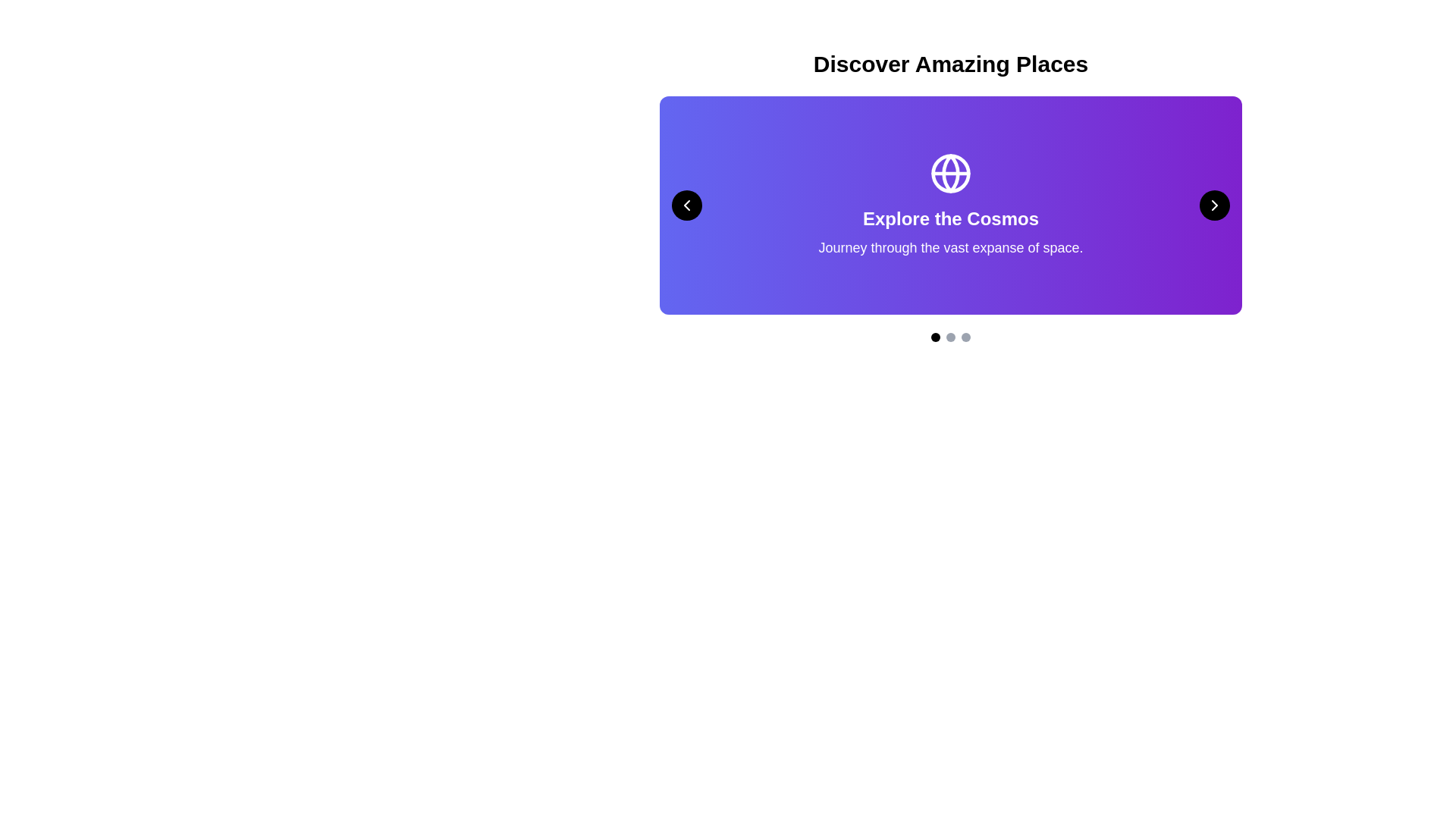  What do you see at coordinates (949, 336) in the screenshot?
I see `the middle circular component of the carousel navigation` at bounding box center [949, 336].